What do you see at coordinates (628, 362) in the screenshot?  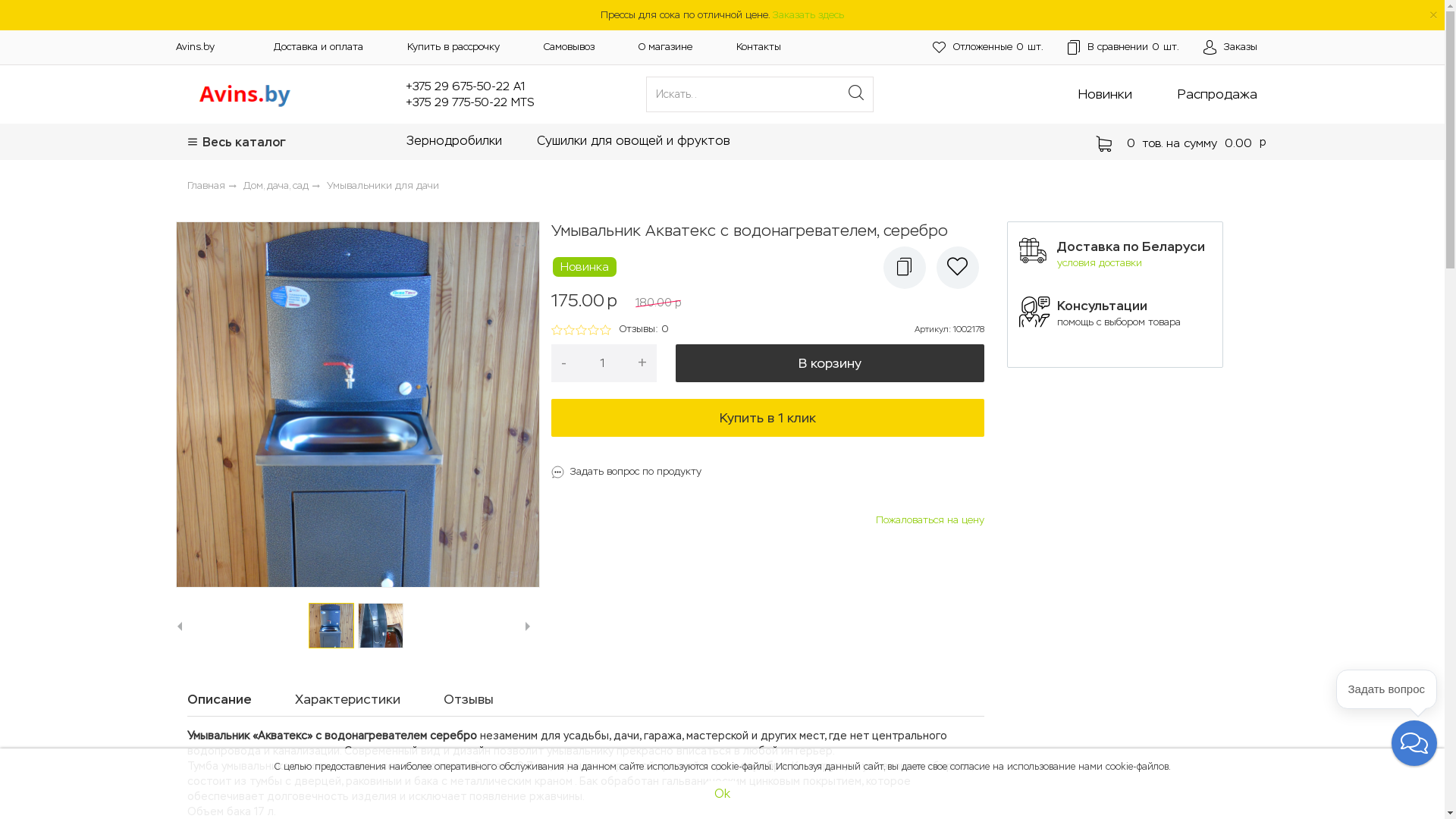 I see `'+'` at bounding box center [628, 362].